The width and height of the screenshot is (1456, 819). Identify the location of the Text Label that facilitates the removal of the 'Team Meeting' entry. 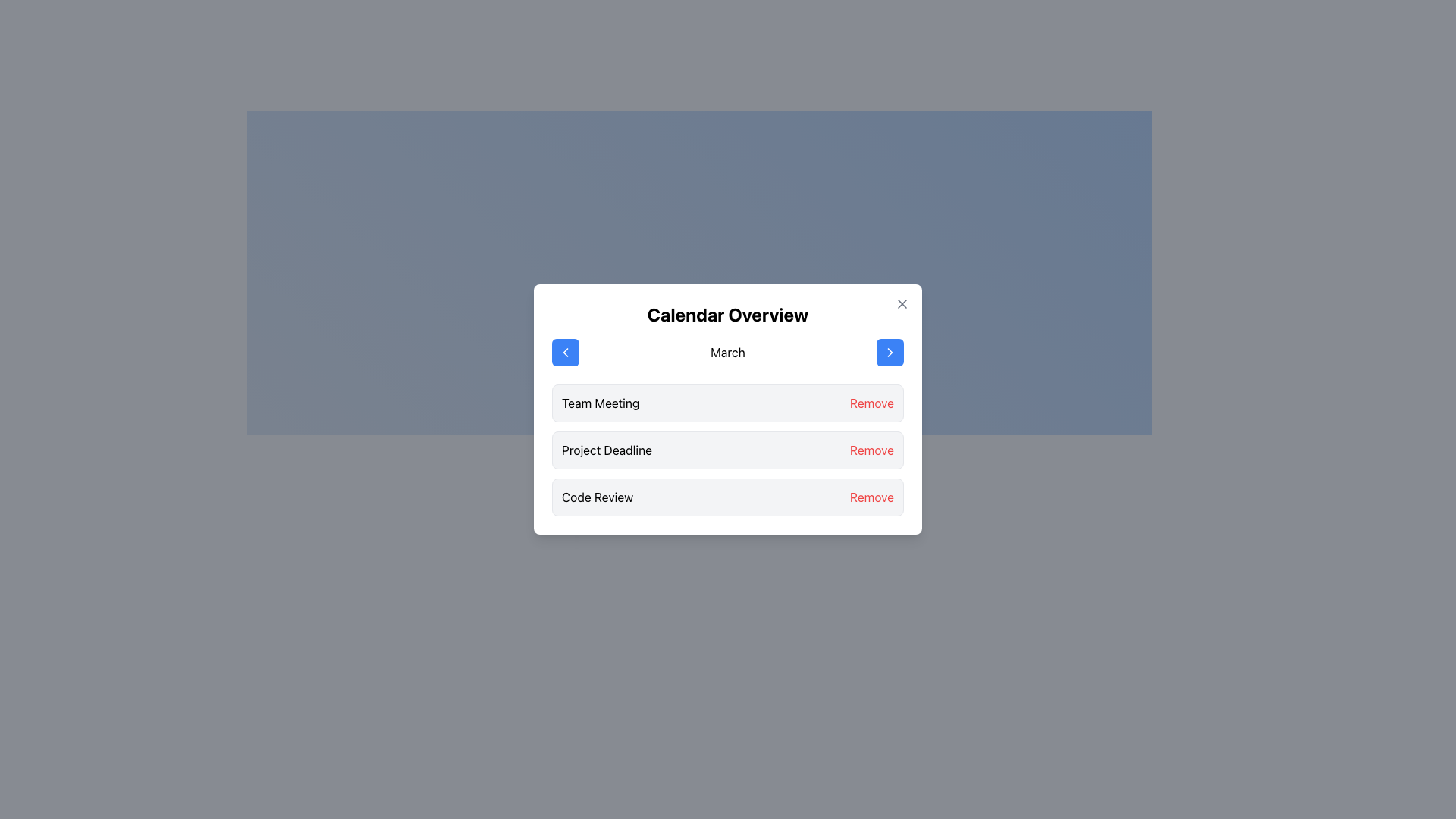
(871, 403).